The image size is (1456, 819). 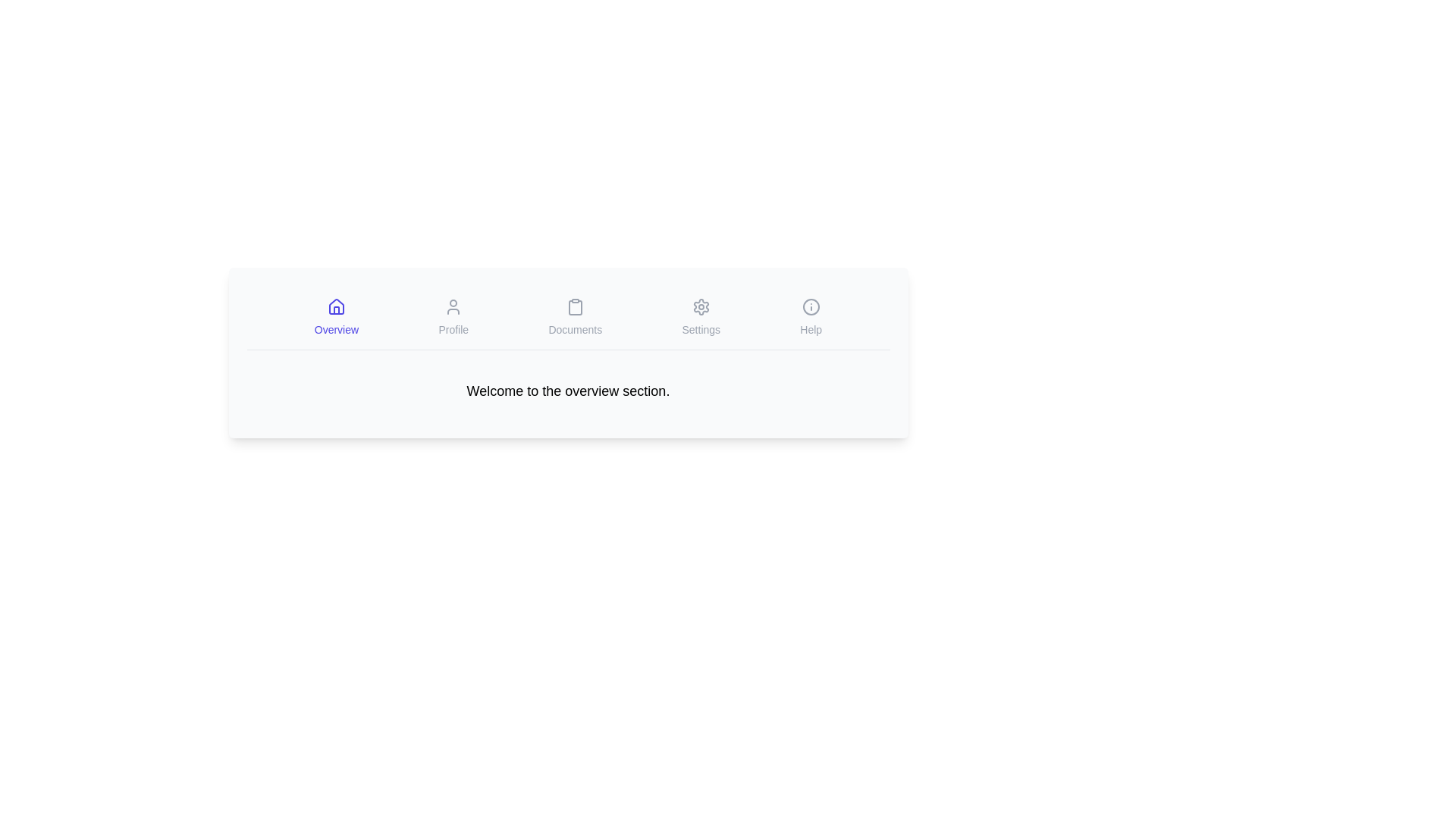 I want to click on the circular 'information' icon located at the rightmost position of the top menu bar, which is associated with the 'Help' text, so click(x=810, y=307).